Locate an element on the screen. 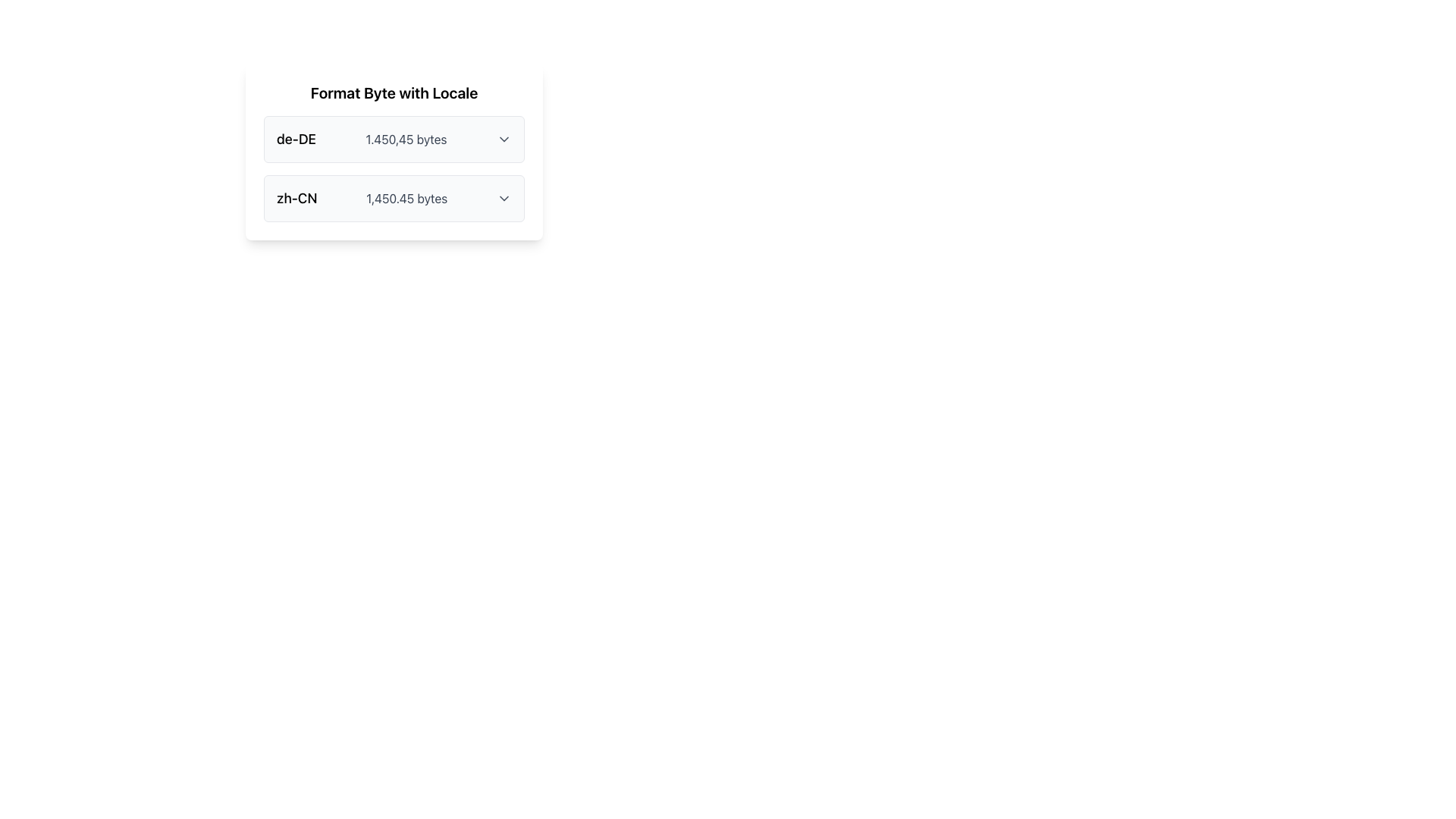  the downward-pointing Chevron icon is located at coordinates (504, 198).